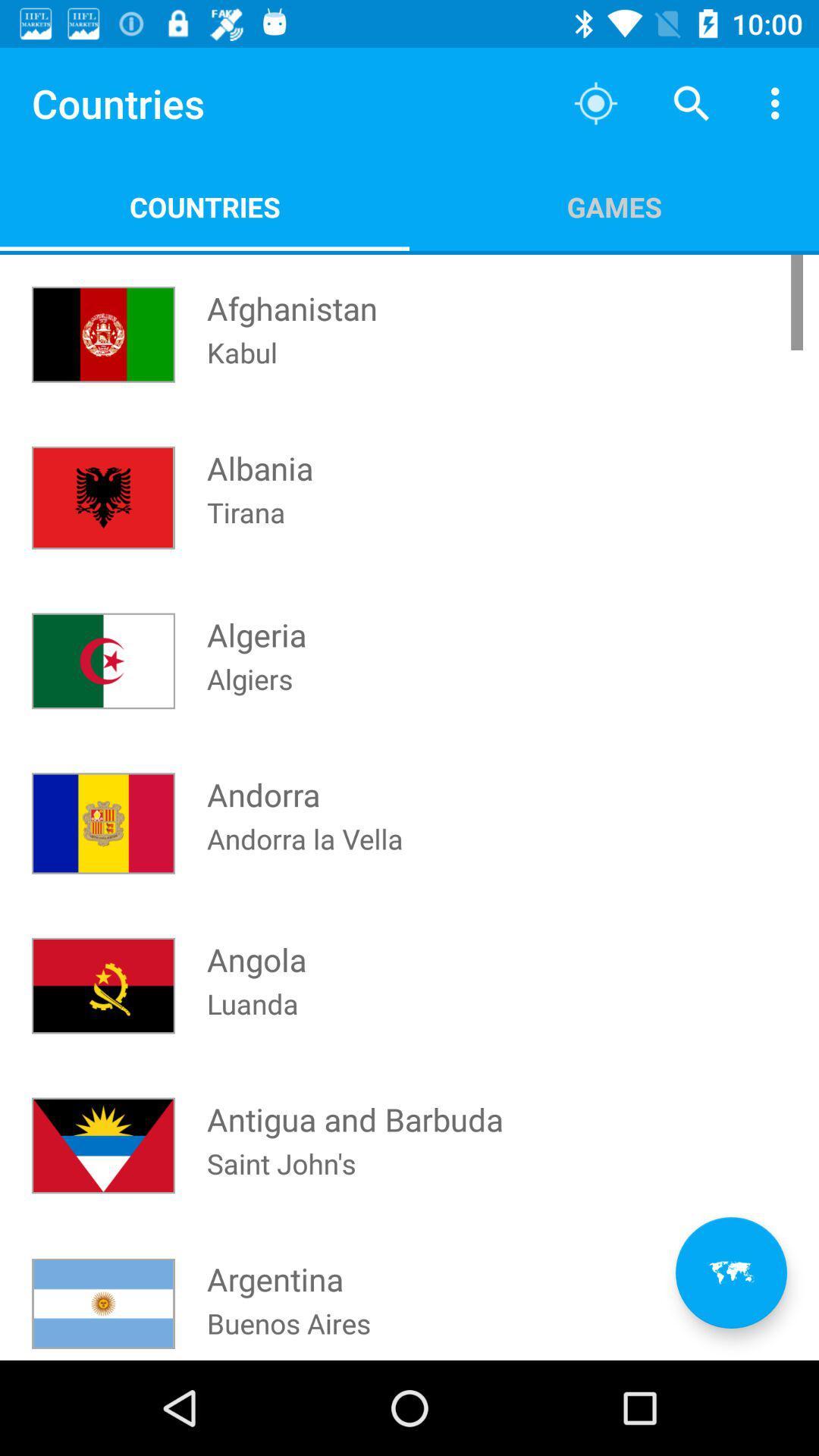 Image resolution: width=819 pixels, height=1456 pixels. Describe the element at coordinates (281, 1182) in the screenshot. I see `the saint john's` at that location.